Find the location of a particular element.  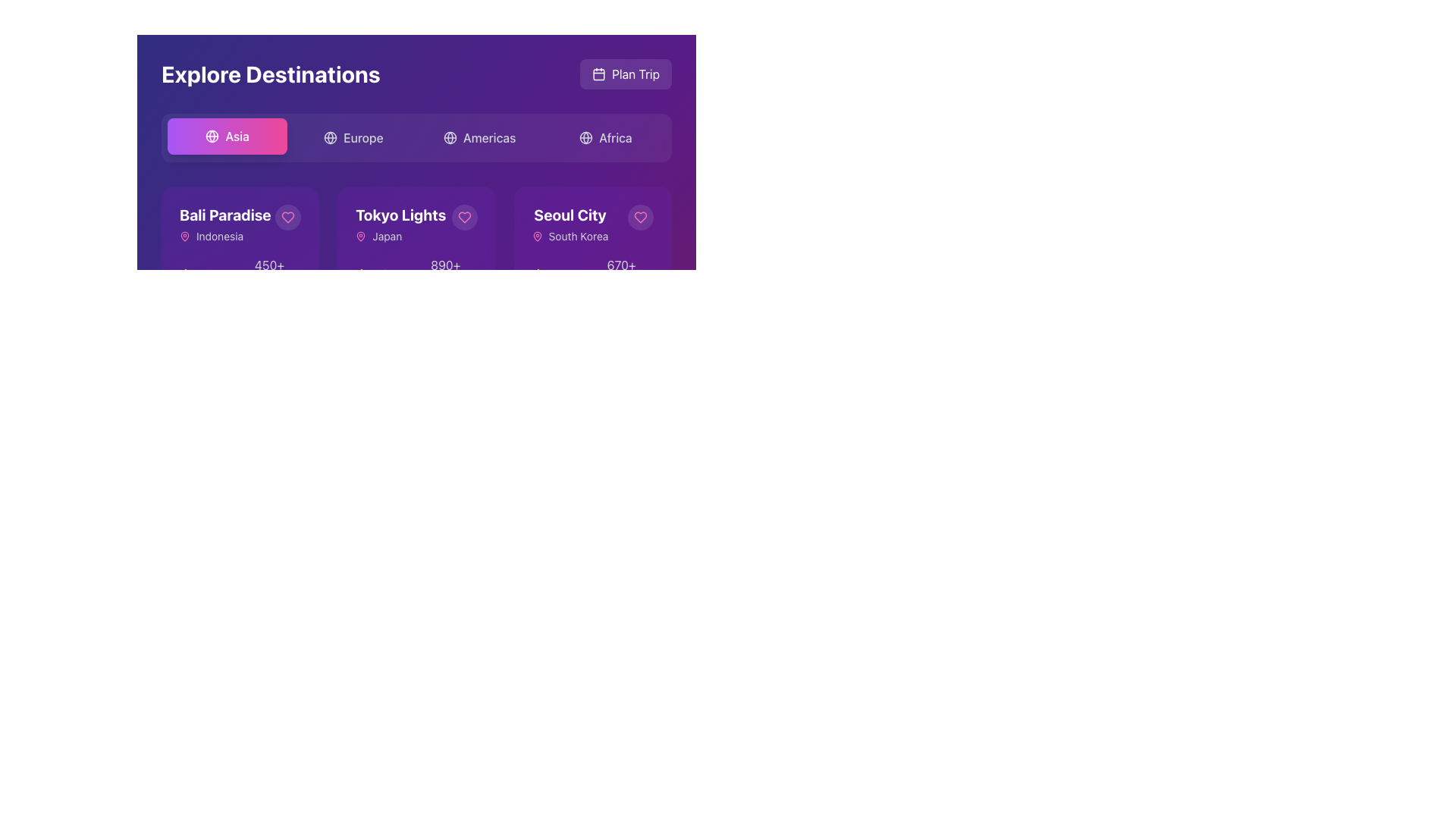

the text label that serves as the title of the destination in the upper section of the card, which is positioned above the smaller text 'Indonesia' and to the left of a heart icon is located at coordinates (224, 215).